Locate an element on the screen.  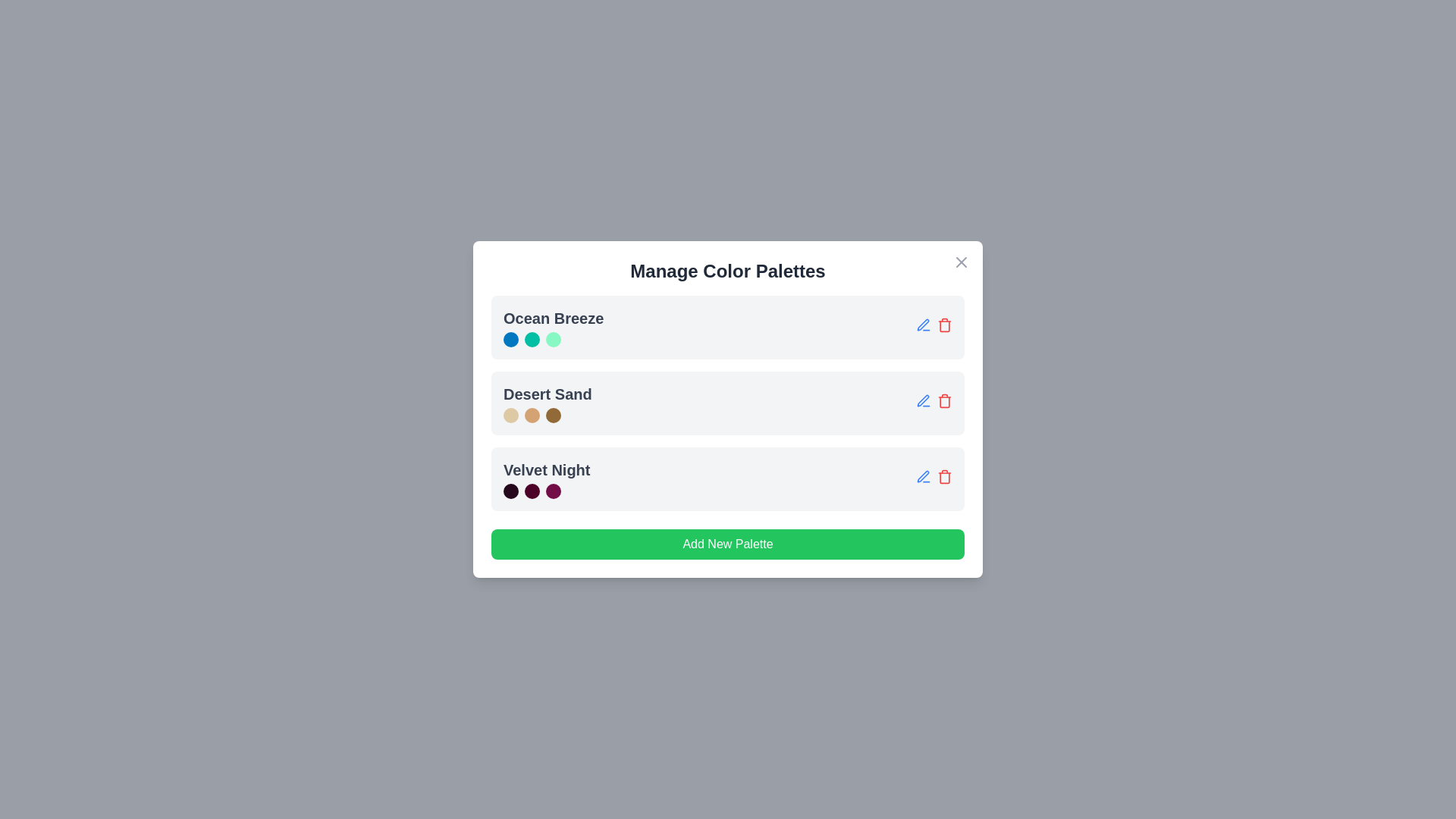
the color palette named Velvet Night by clicking on its associated delete icon is located at coordinates (944, 475).